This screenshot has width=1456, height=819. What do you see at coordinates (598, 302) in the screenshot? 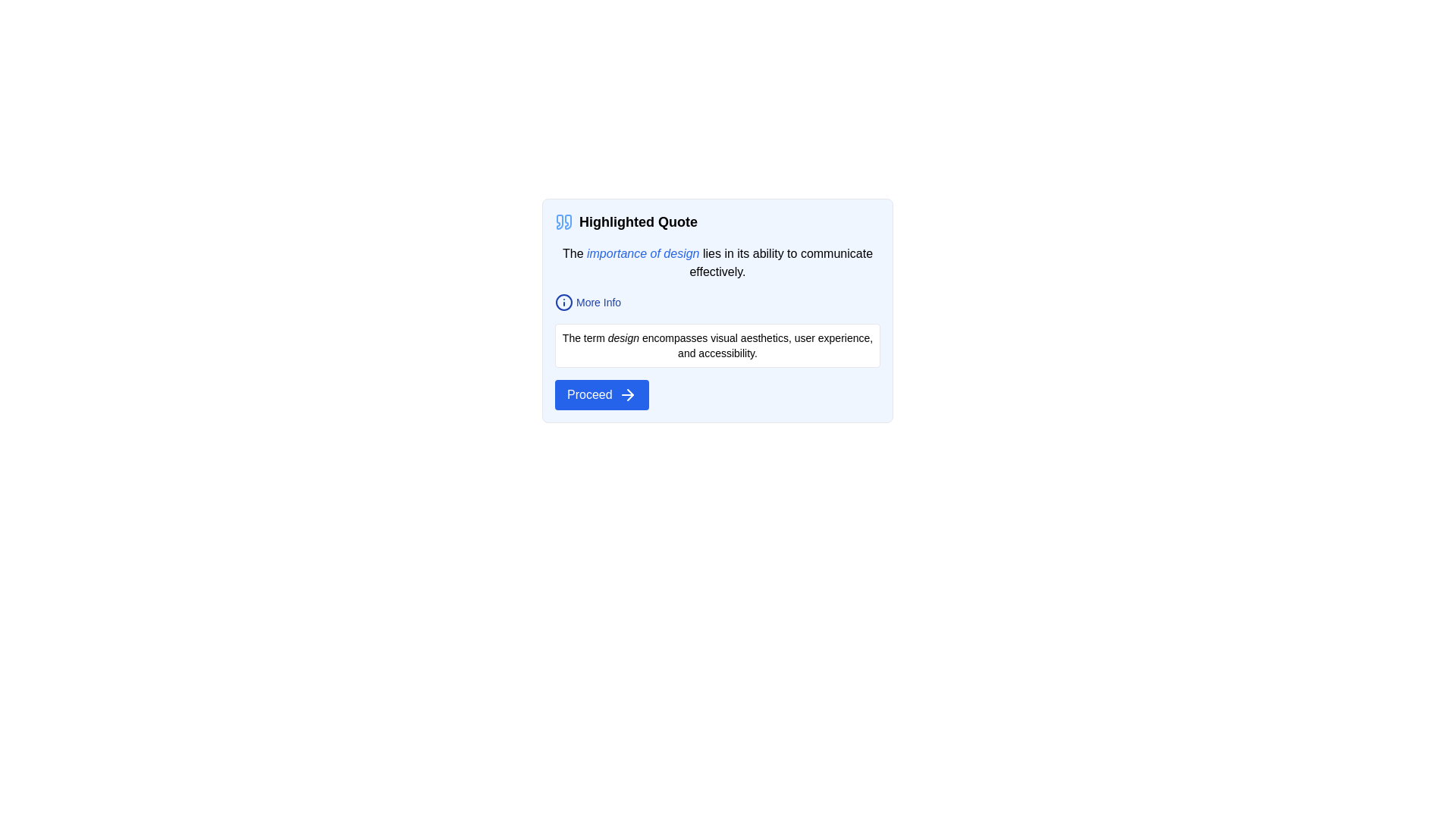
I see `the 'More Info' text label, which is styled as a link in blue` at bounding box center [598, 302].